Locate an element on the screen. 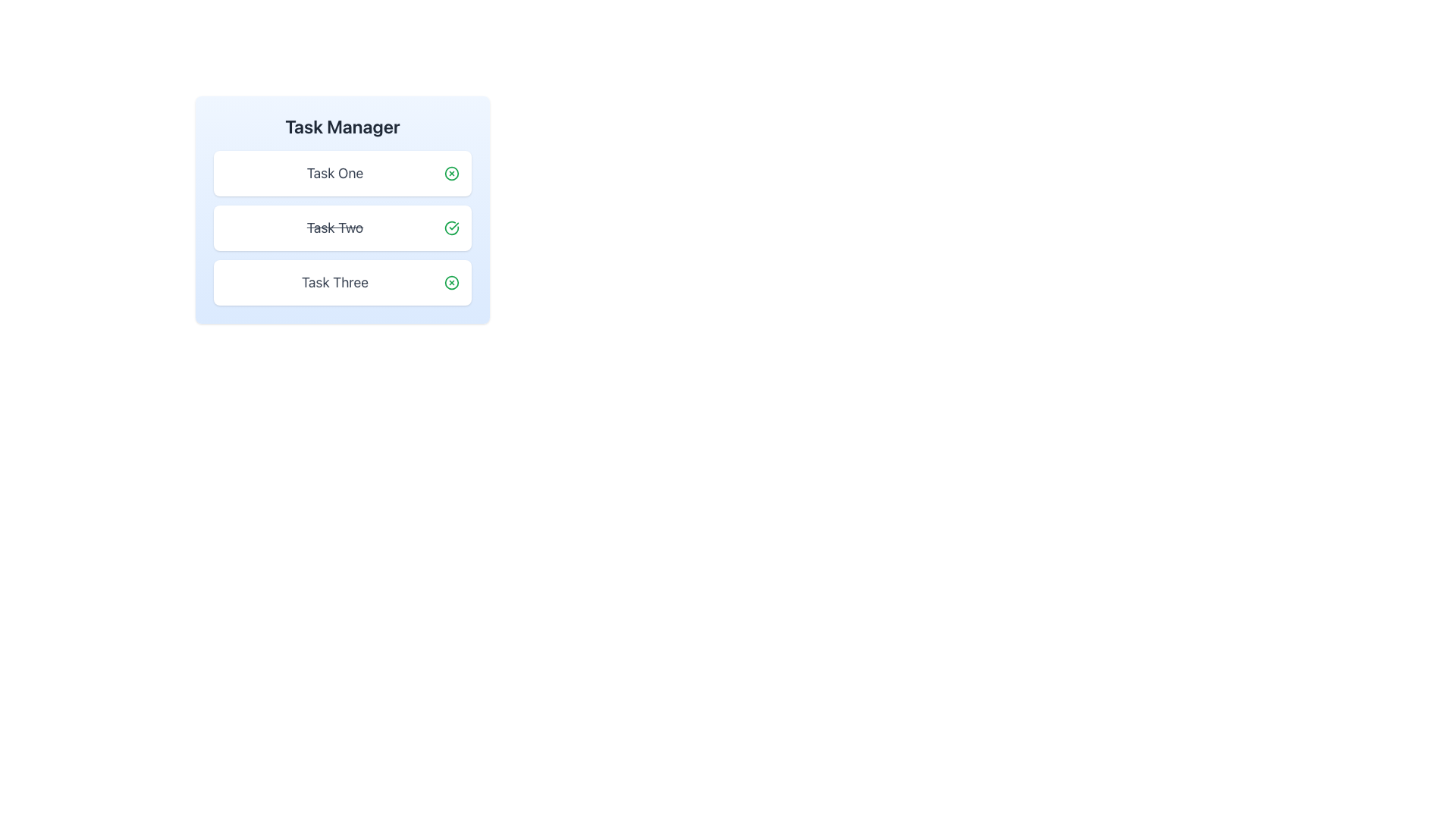  the details of the task represented by the card labeled 'Task Three', which is the third card in the vertical list within the 'Task Manager' is located at coordinates (341, 283).